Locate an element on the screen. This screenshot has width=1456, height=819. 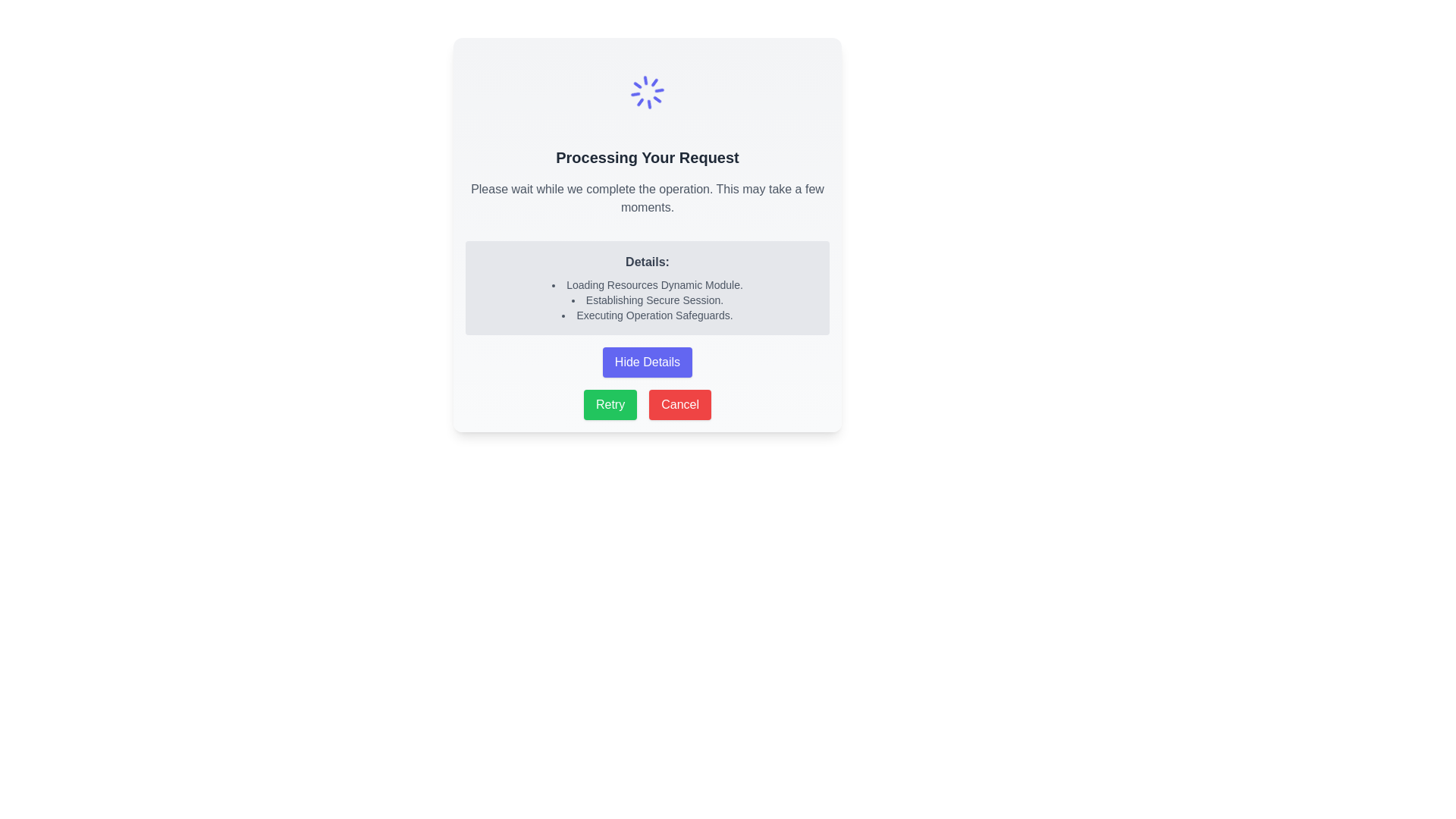
the cancel button, which is the second button from the left in a row of two buttons at the bottom of the modal dialog is located at coordinates (679, 403).